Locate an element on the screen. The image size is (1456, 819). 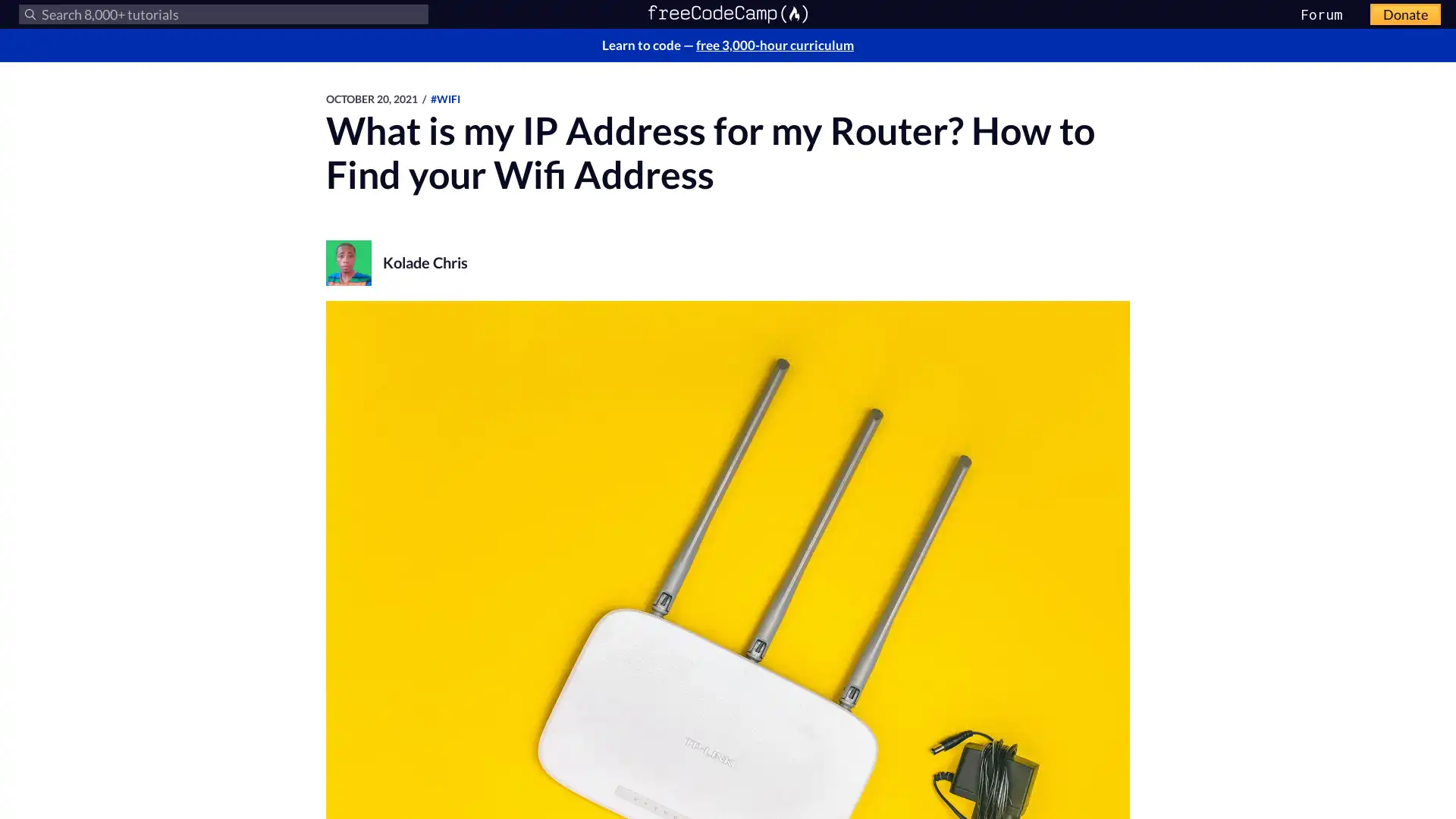
Submit your search query is located at coordinates (30, 14).